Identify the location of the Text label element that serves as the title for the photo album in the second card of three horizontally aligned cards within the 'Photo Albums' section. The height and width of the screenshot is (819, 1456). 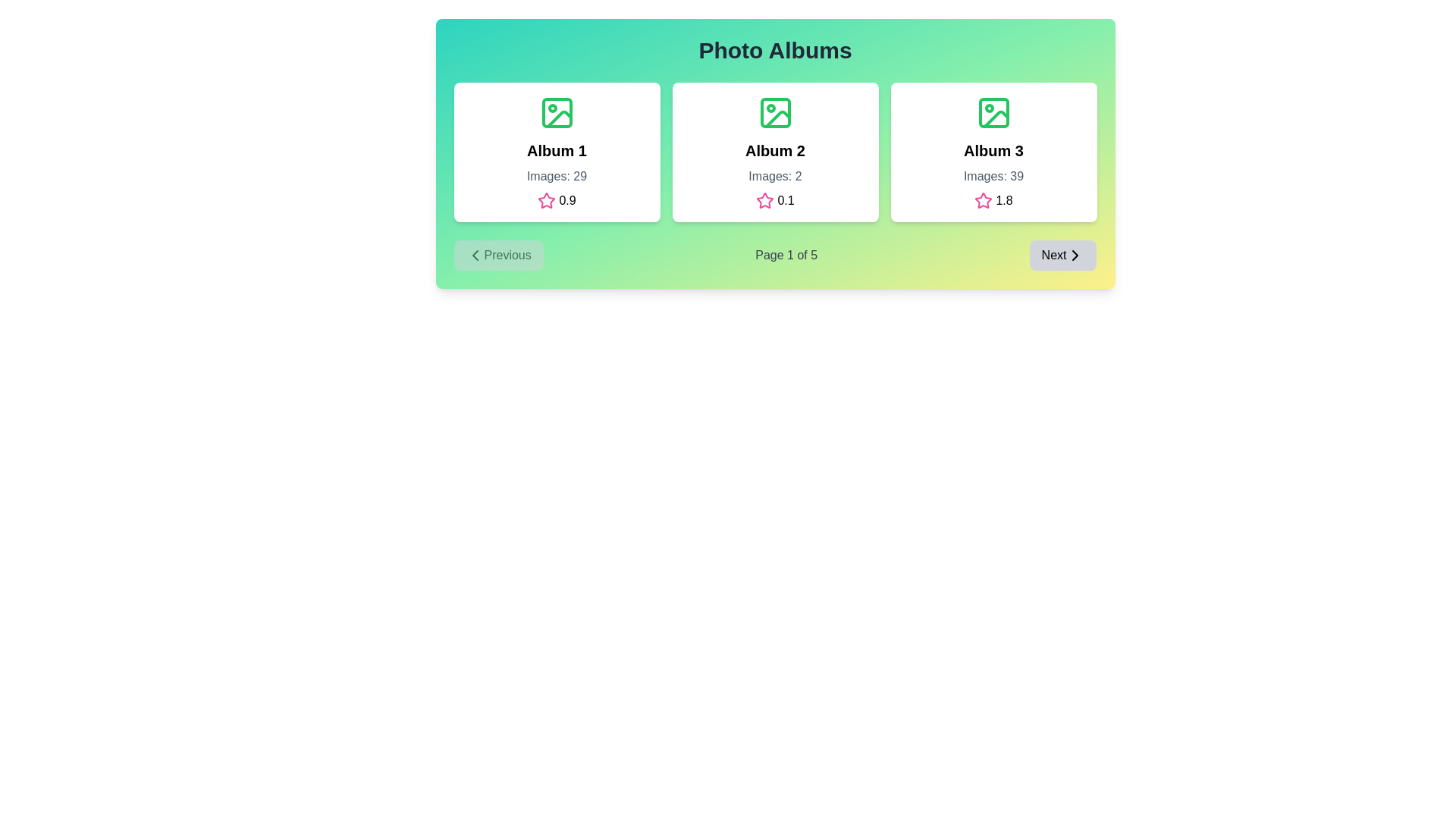
(775, 151).